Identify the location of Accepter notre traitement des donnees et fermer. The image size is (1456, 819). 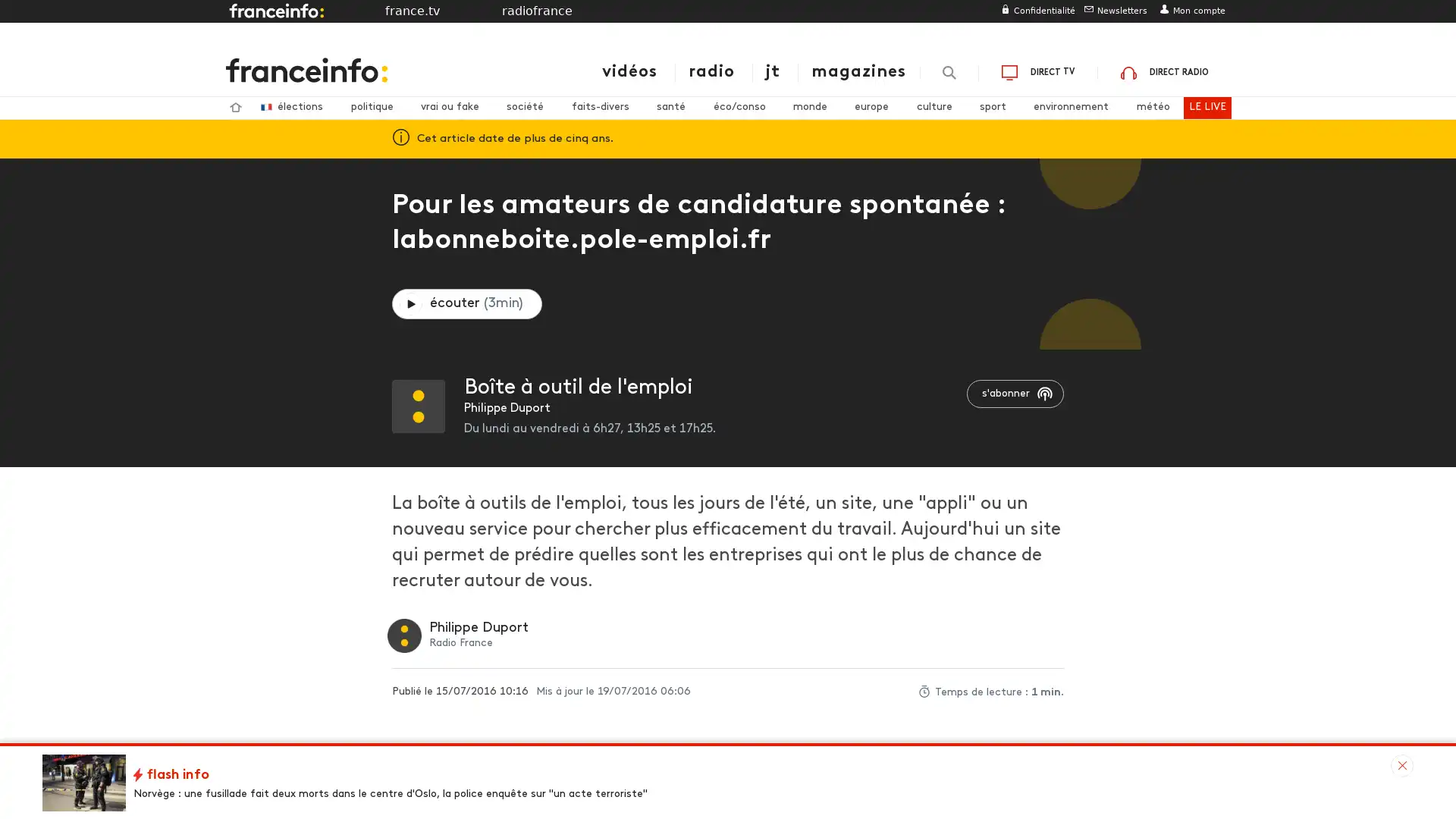
(902, 623).